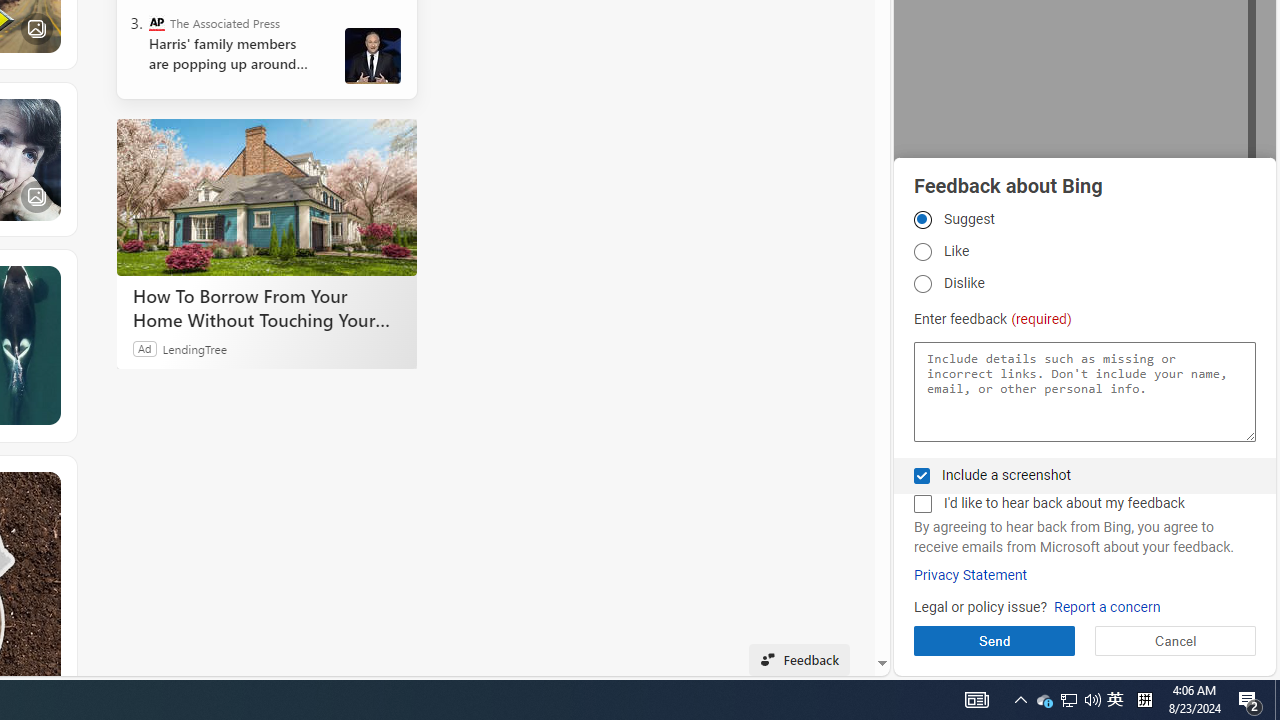 This screenshot has height=720, width=1280. I want to click on 'Like Like', so click(921, 250).